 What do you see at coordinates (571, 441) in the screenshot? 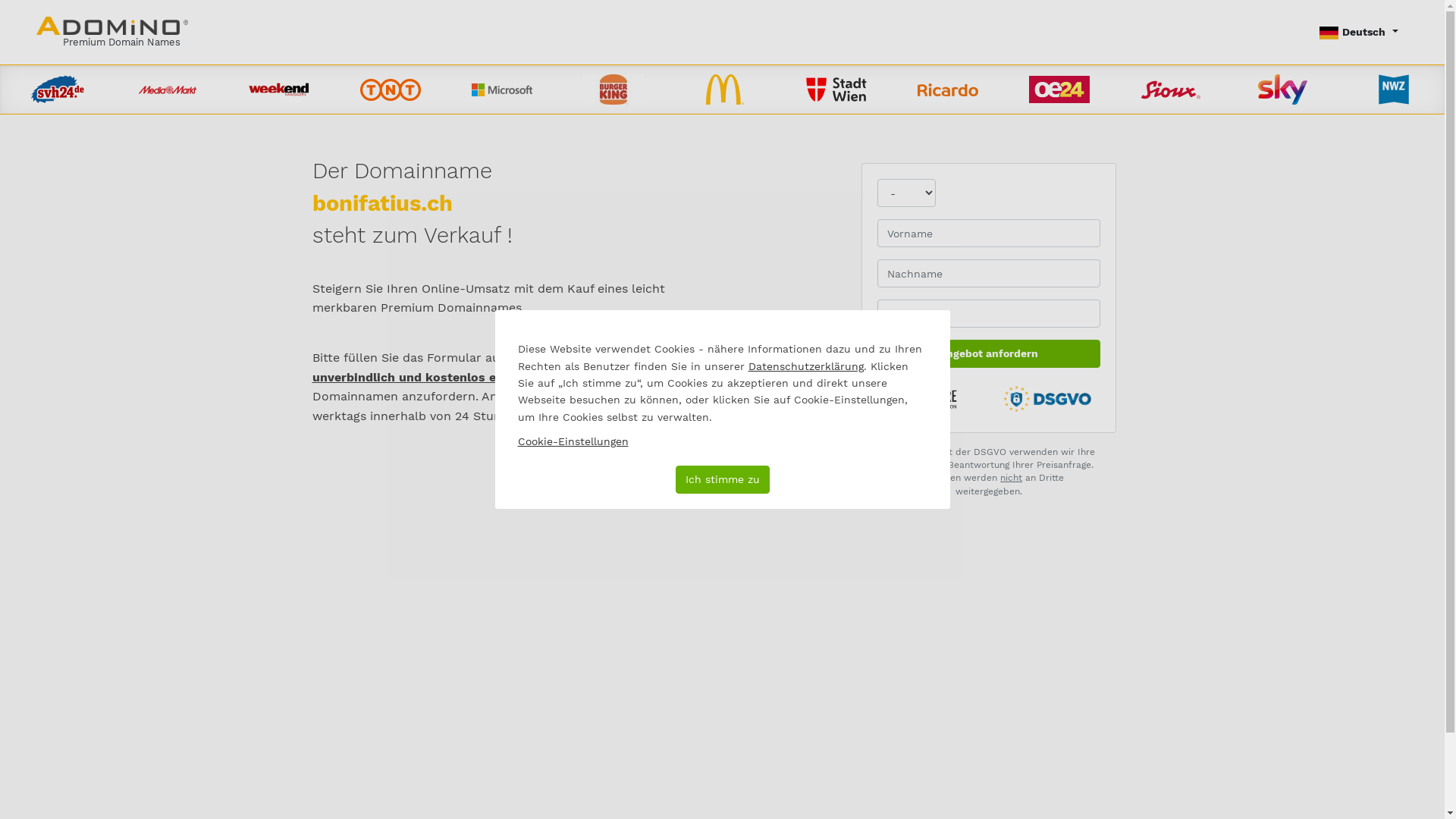
I see `'Cookie-Einstellungen'` at bounding box center [571, 441].